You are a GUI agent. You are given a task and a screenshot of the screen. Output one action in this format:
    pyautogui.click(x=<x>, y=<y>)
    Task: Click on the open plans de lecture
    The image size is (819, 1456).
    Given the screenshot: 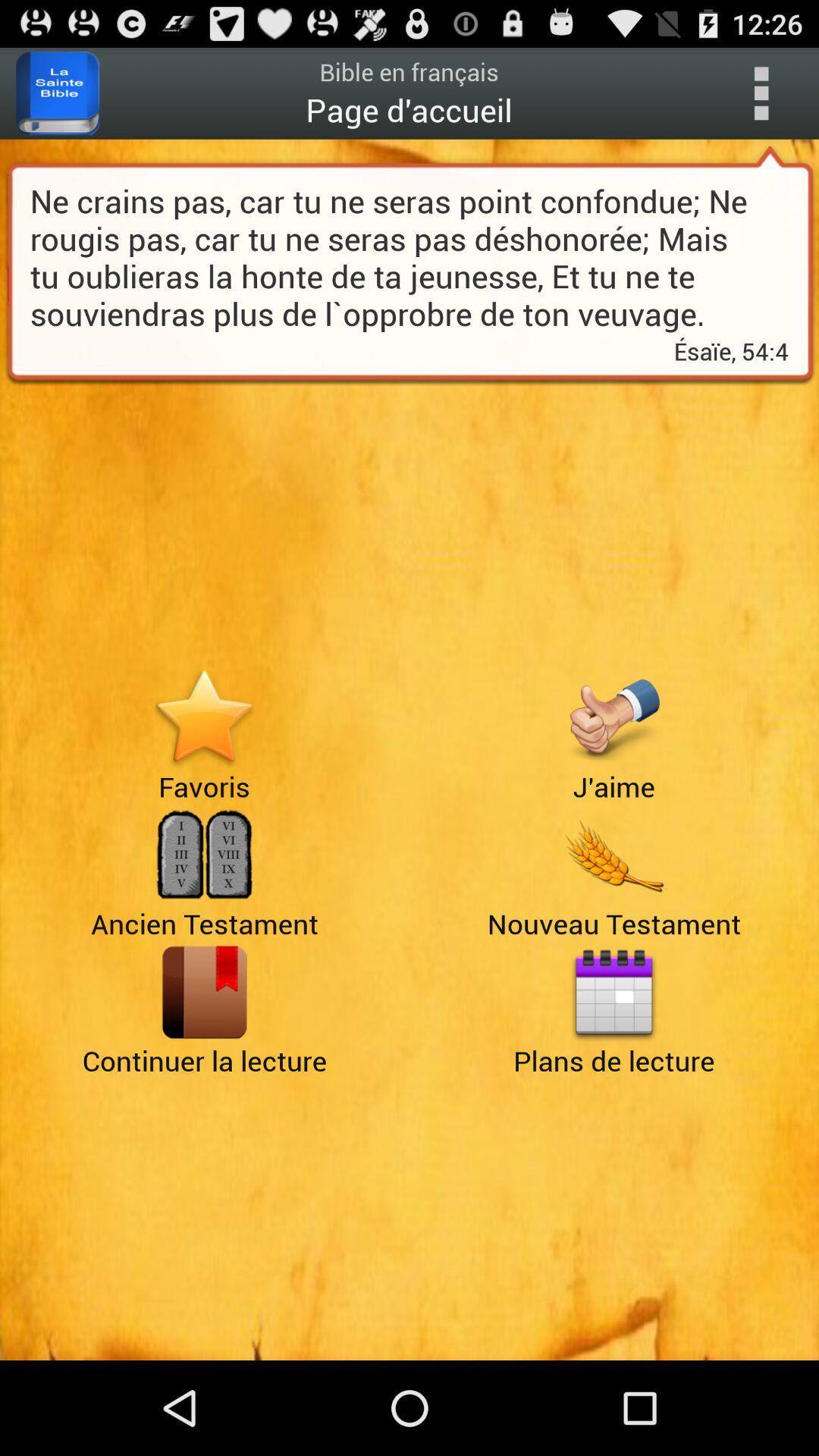 What is the action you would take?
    pyautogui.click(x=613, y=992)
    